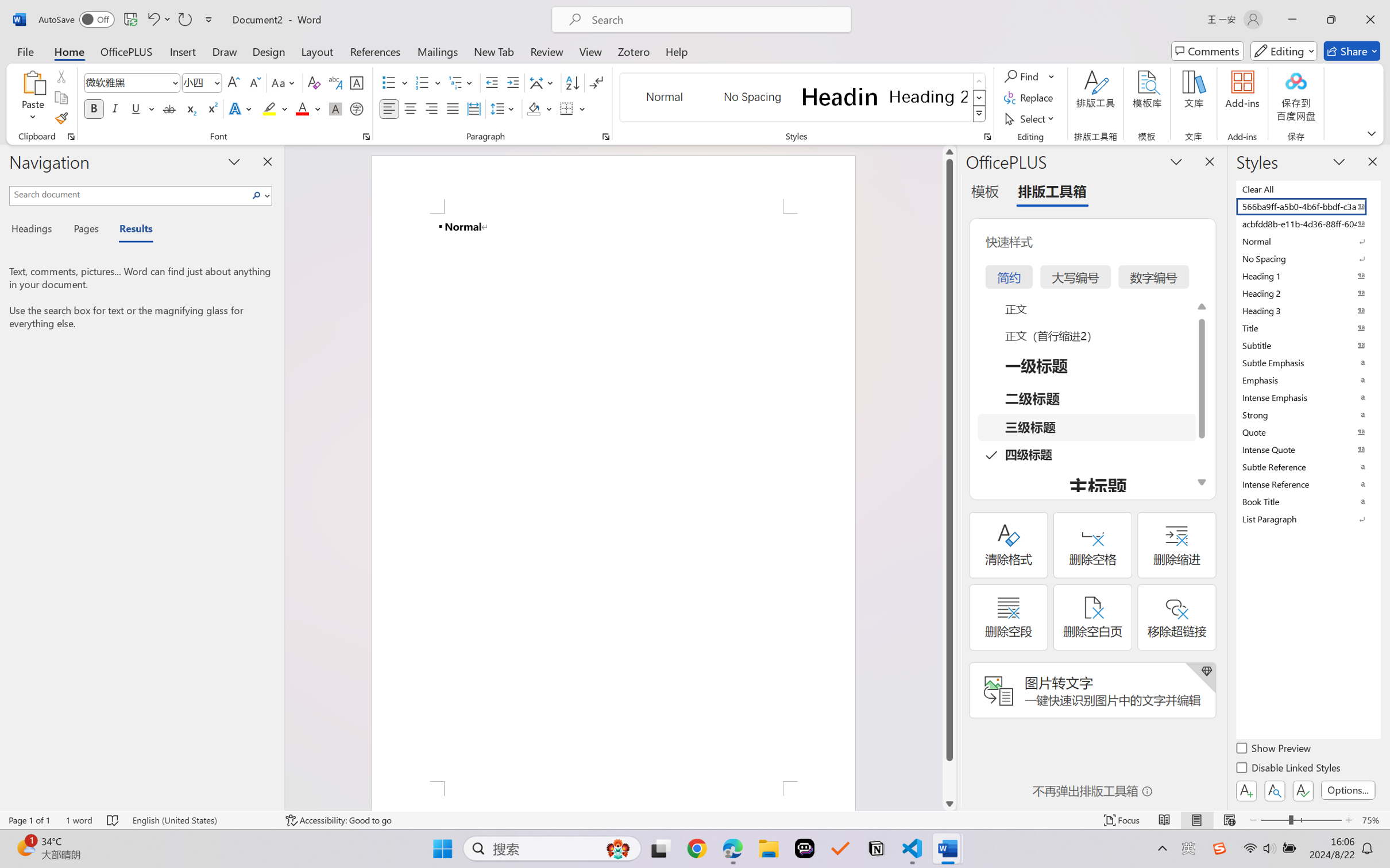 The image size is (1390, 868). I want to click on 'Align Left', so click(389, 108).